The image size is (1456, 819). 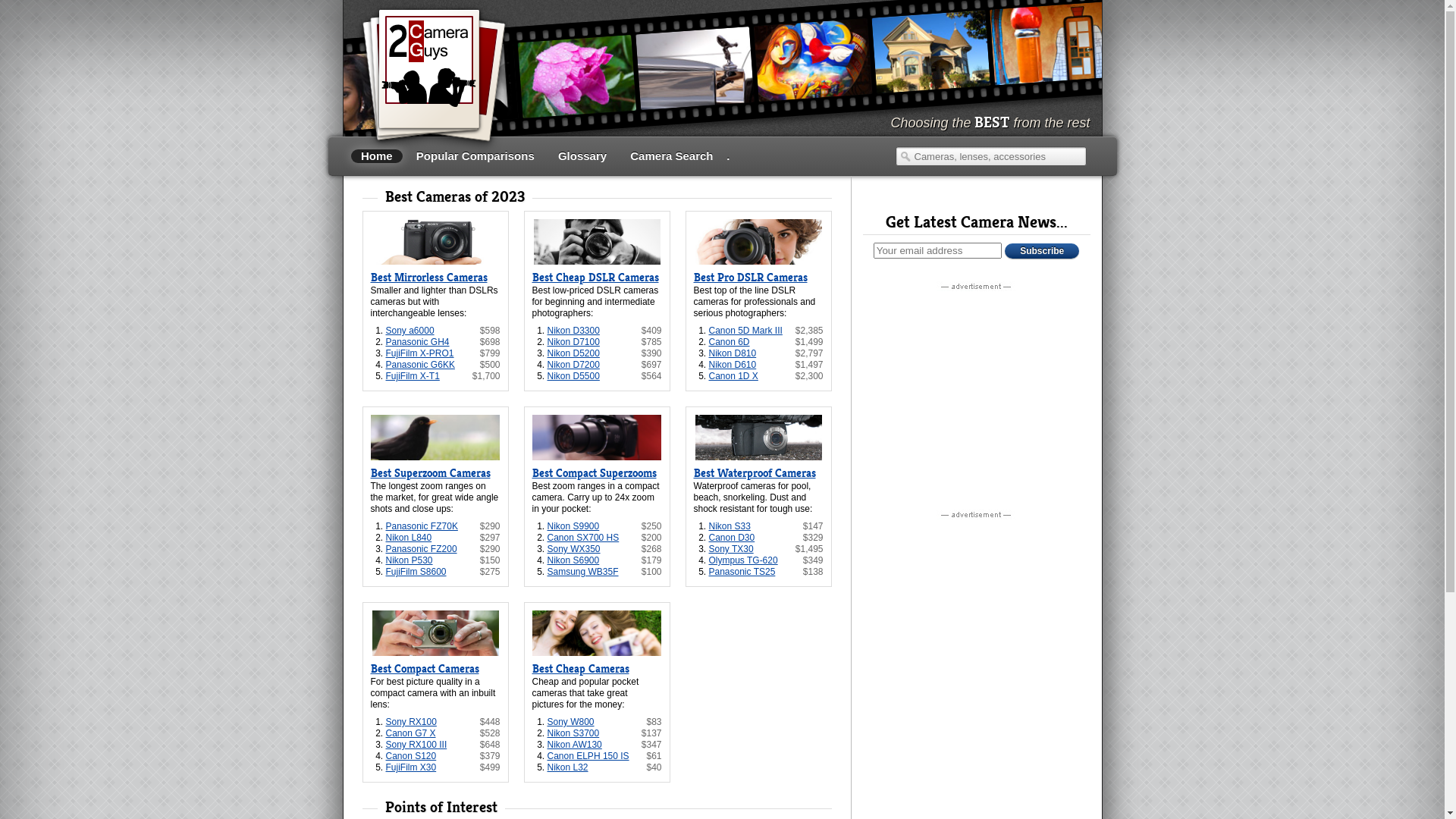 What do you see at coordinates (370, 668) in the screenshot?
I see `'Best Compact Cameras'` at bounding box center [370, 668].